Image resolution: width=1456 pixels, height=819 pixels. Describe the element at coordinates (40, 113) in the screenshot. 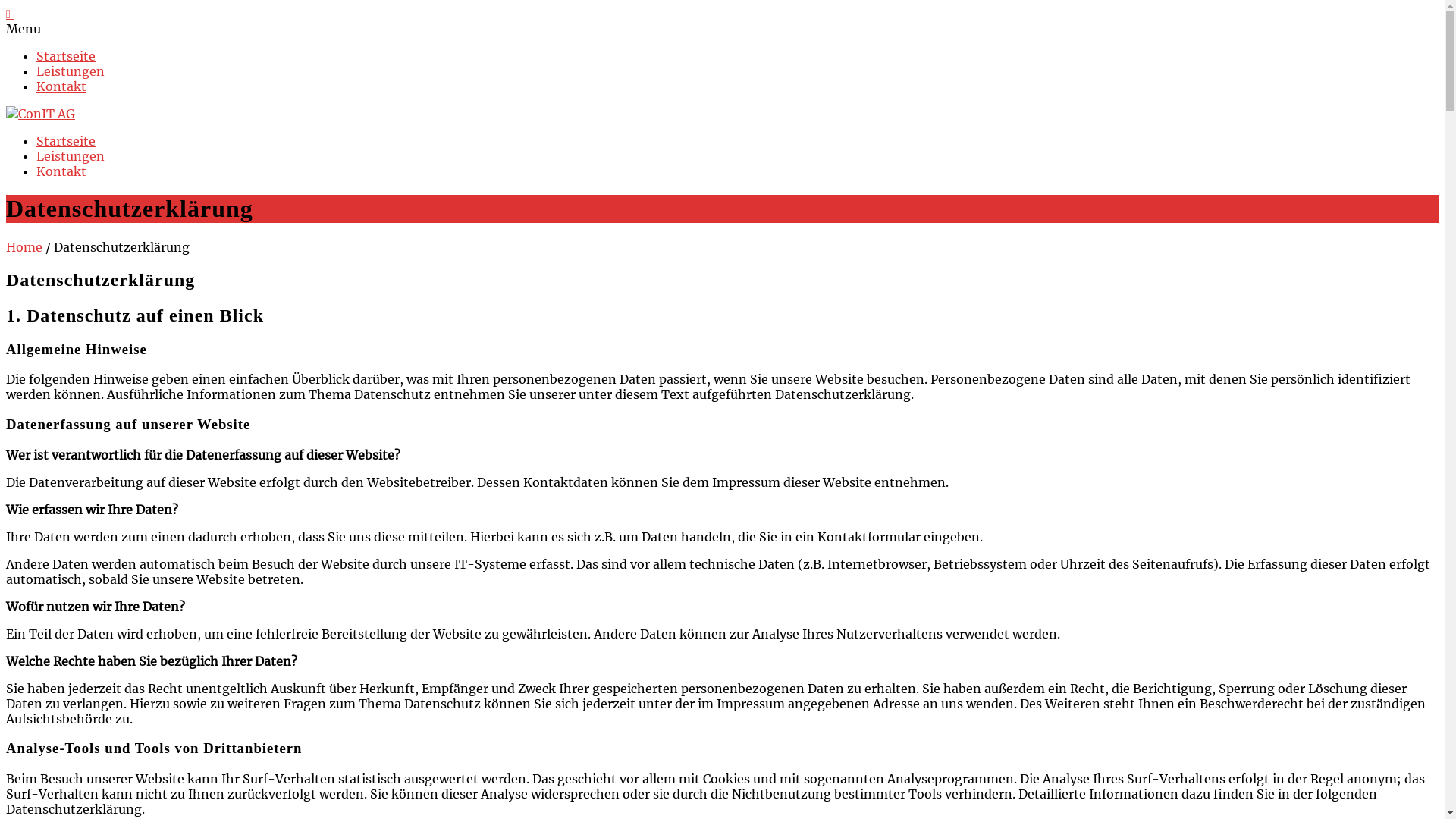

I see `'ConIT AG'` at that location.